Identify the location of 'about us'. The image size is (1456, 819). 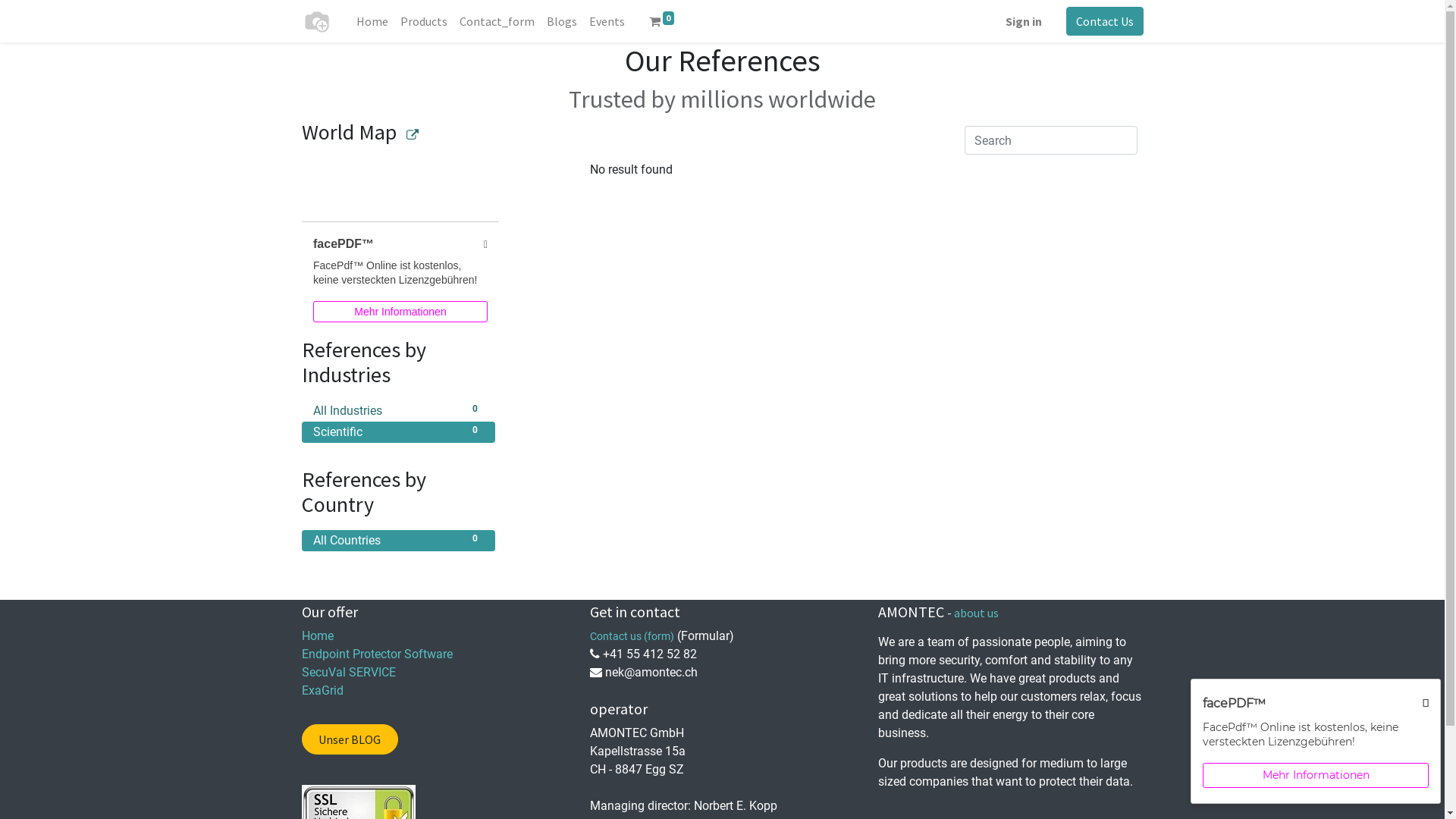
(952, 611).